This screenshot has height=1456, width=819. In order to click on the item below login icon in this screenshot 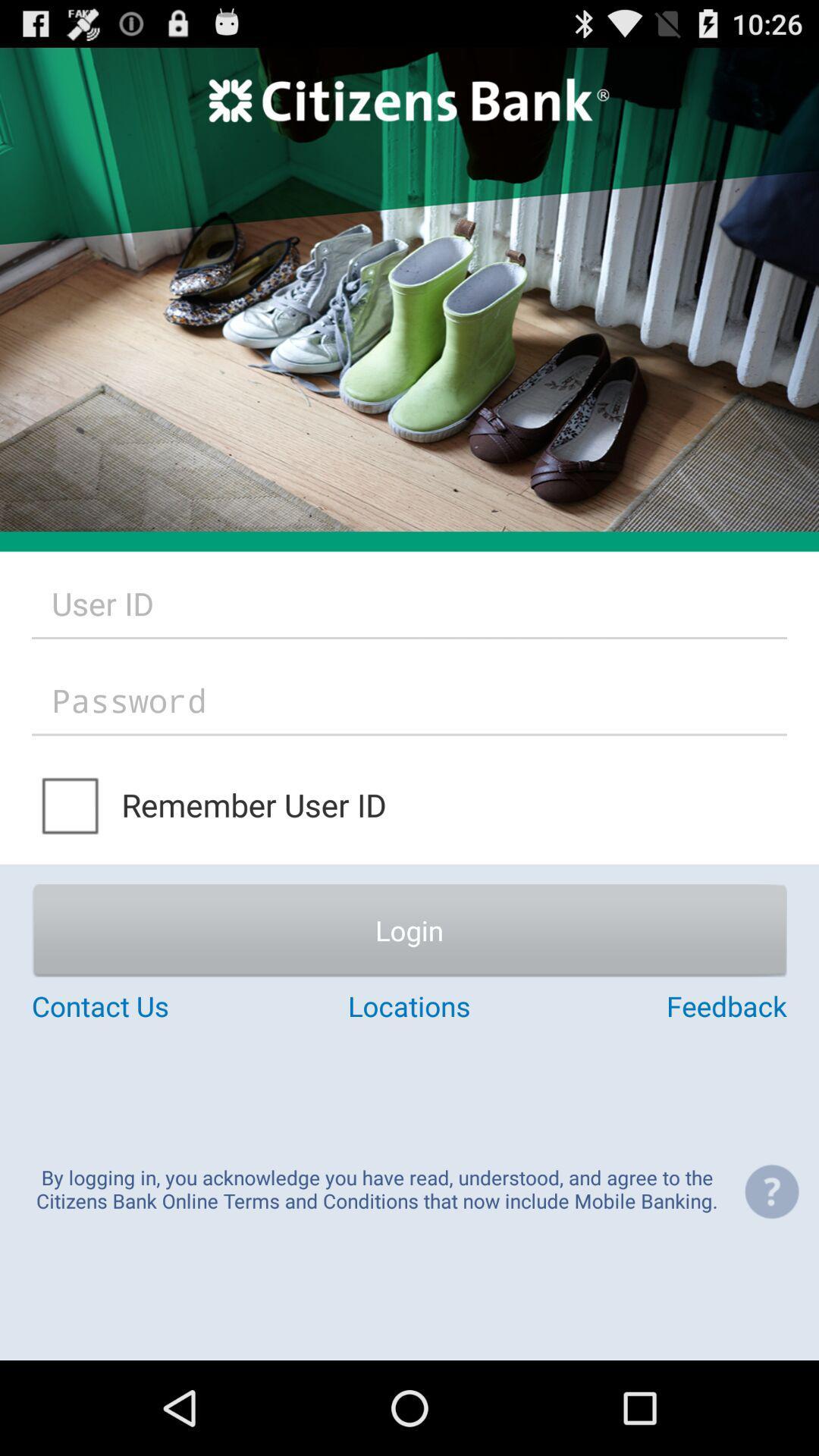, I will do `click(157, 1006)`.